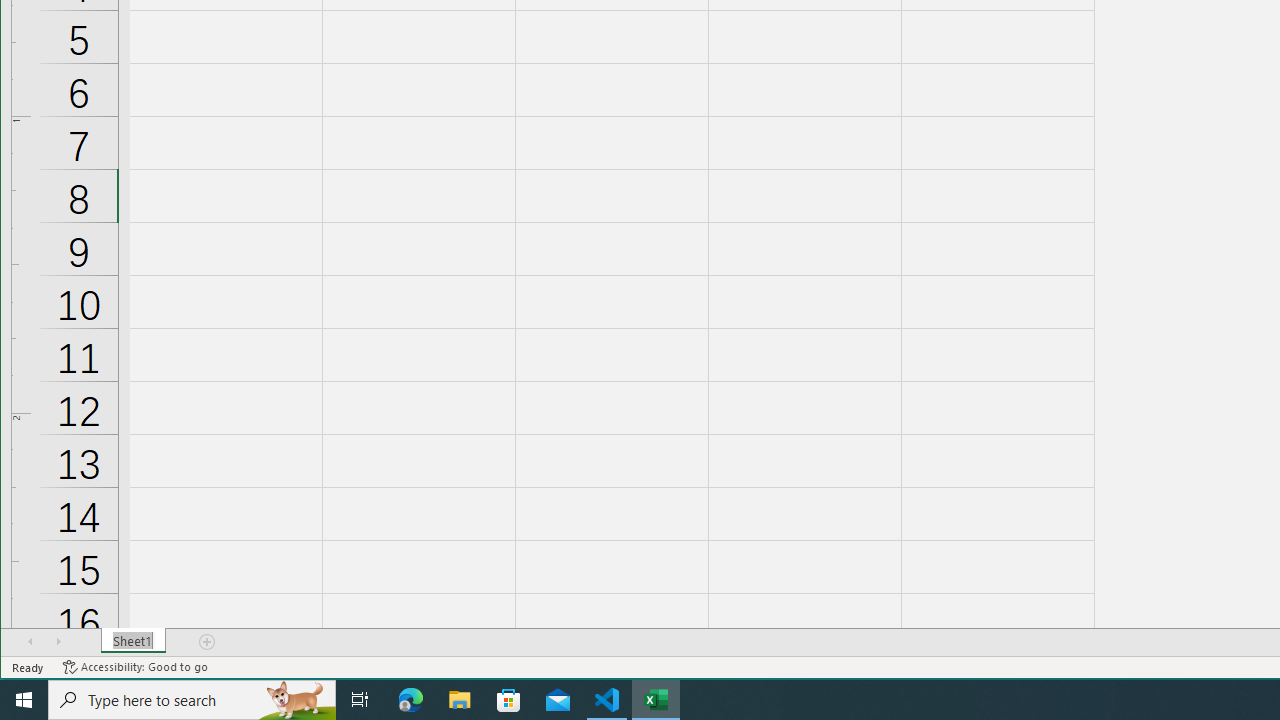  Describe the element at coordinates (459, 698) in the screenshot. I see `'File Explorer'` at that location.